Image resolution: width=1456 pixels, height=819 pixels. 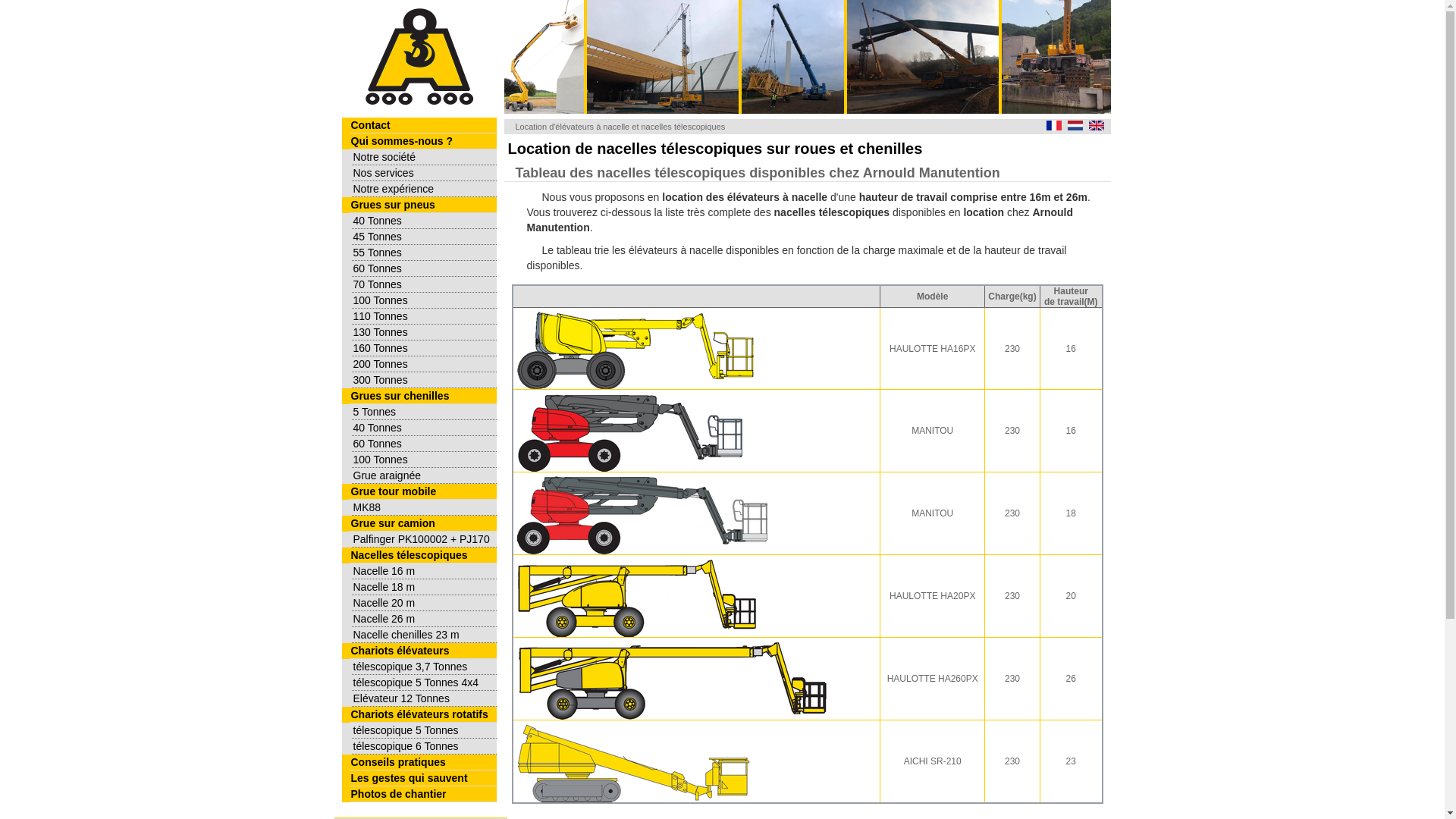 What do you see at coordinates (1096, 125) in the screenshot?
I see `'Visit our website in english'` at bounding box center [1096, 125].